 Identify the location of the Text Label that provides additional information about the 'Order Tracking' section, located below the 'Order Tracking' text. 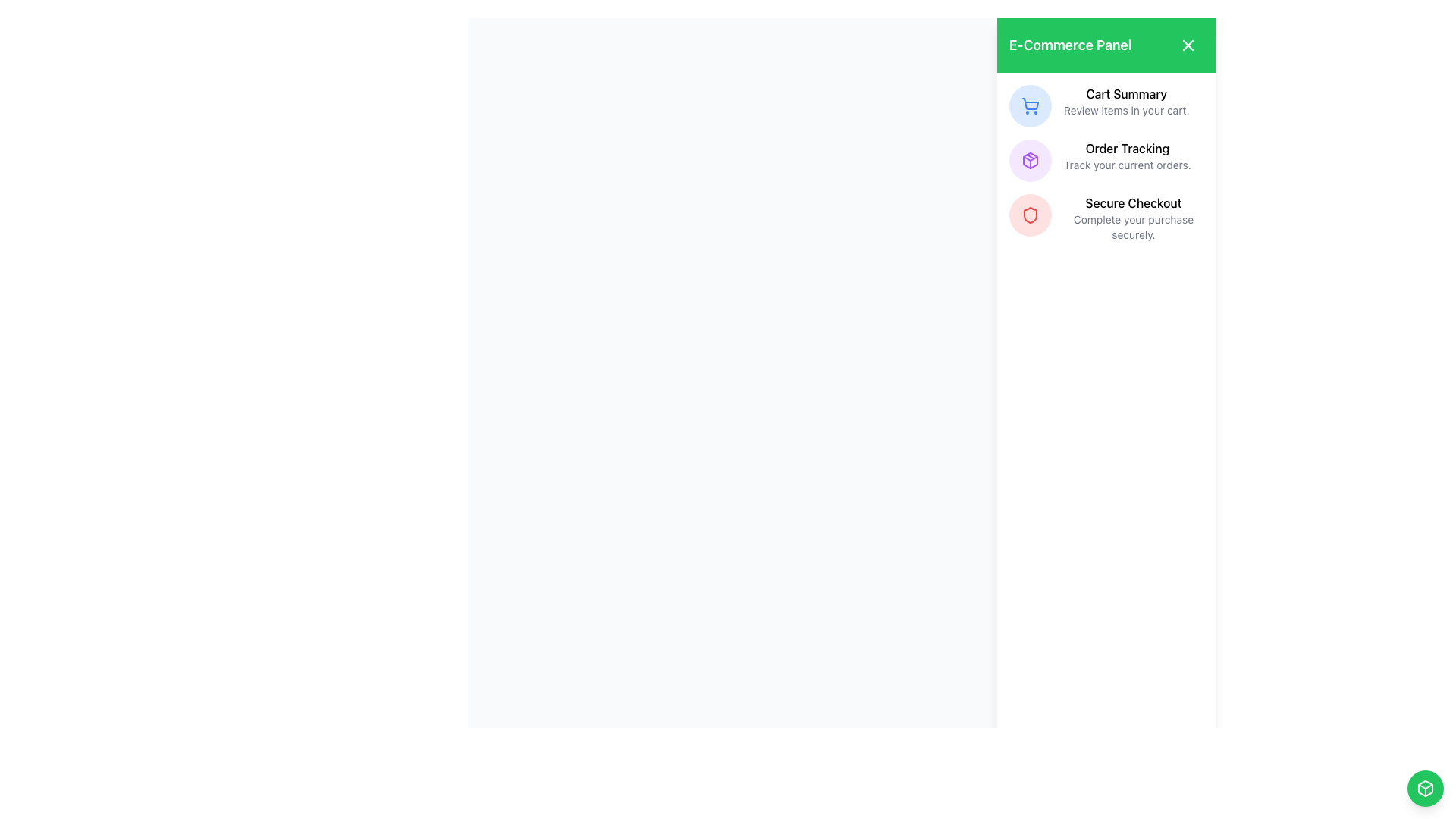
(1127, 165).